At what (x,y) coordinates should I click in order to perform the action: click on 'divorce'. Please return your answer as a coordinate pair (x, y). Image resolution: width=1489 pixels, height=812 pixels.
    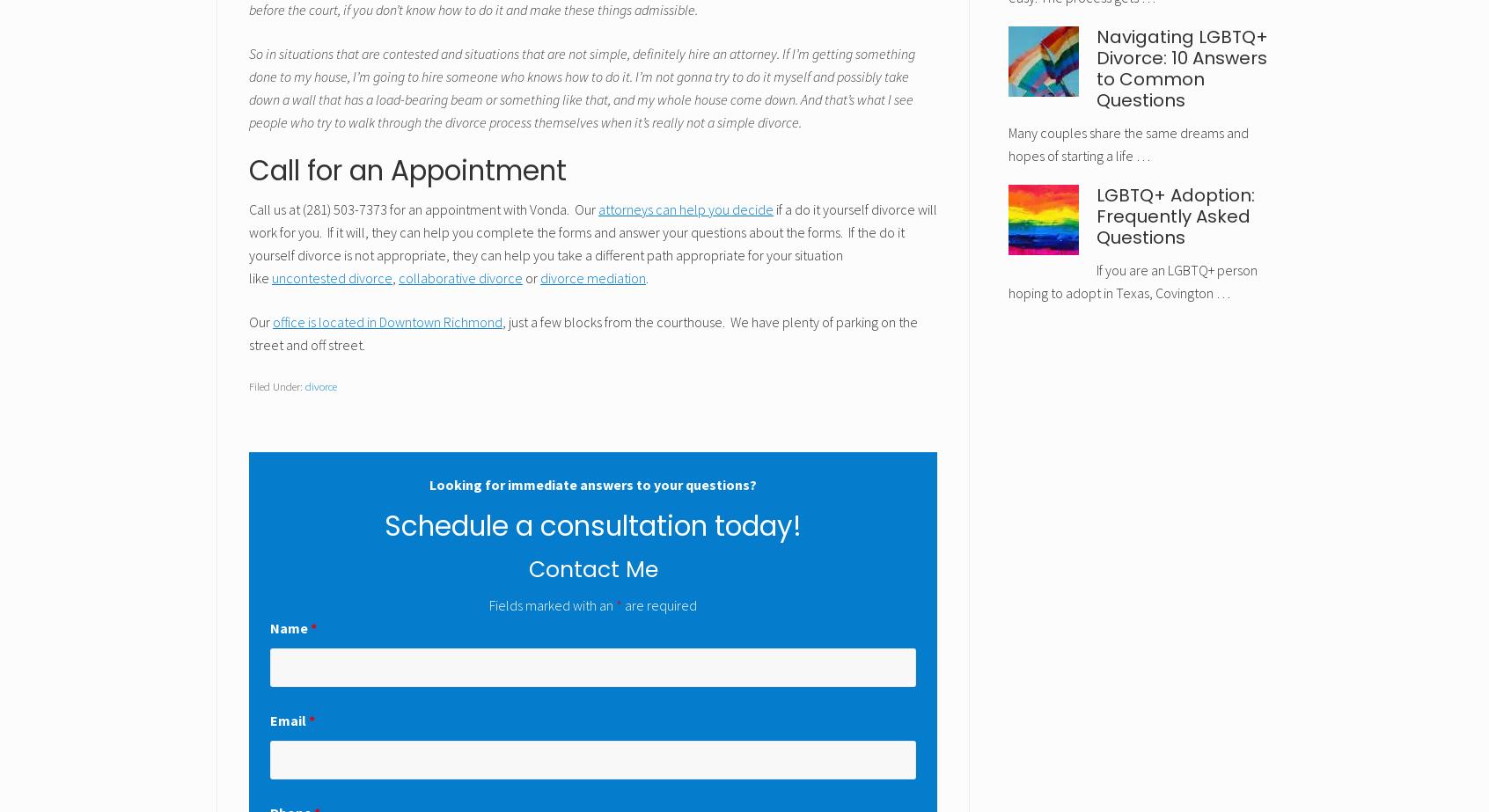
    Looking at the image, I should click on (320, 385).